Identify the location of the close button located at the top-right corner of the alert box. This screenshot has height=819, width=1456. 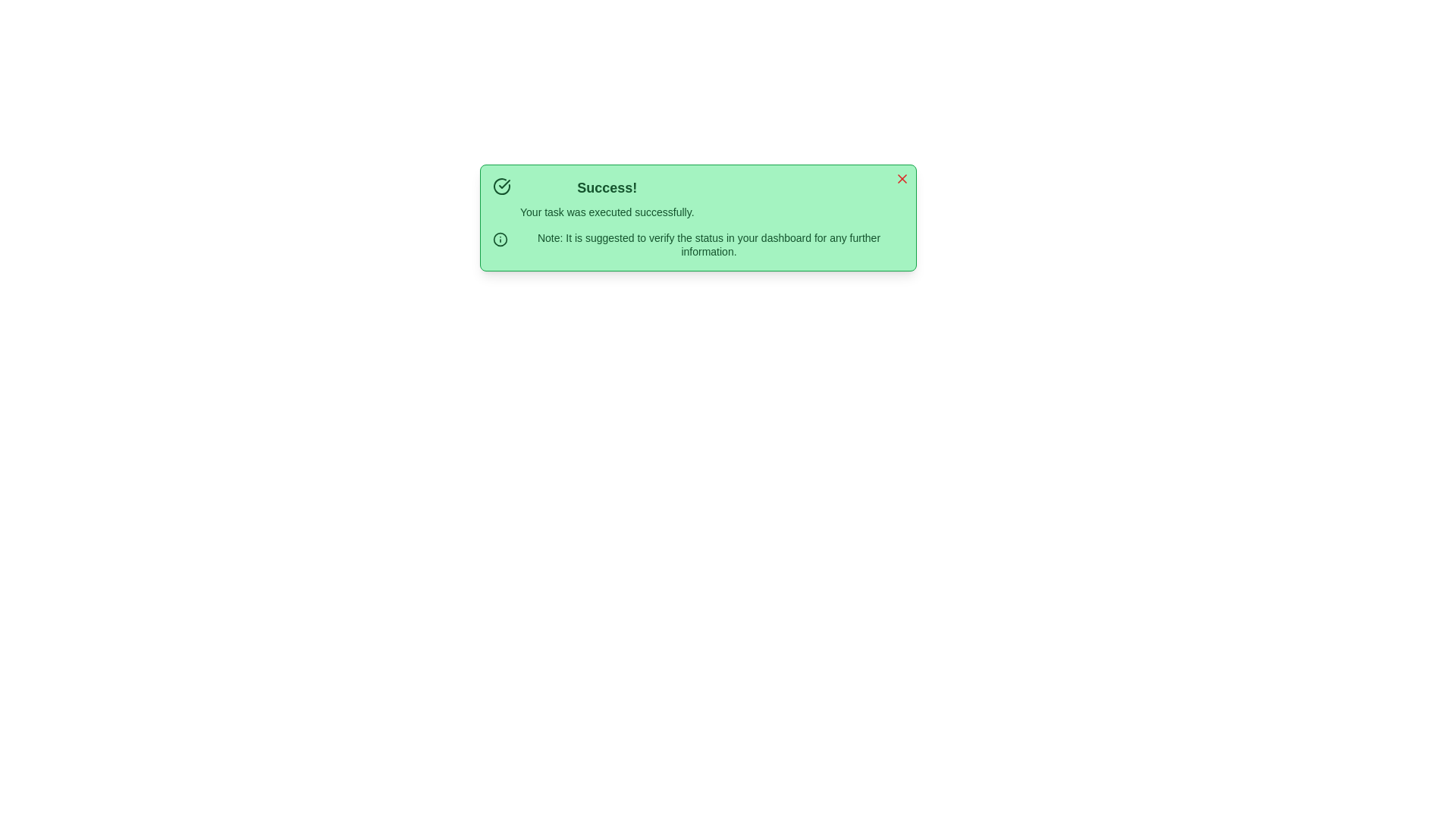
(902, 177).